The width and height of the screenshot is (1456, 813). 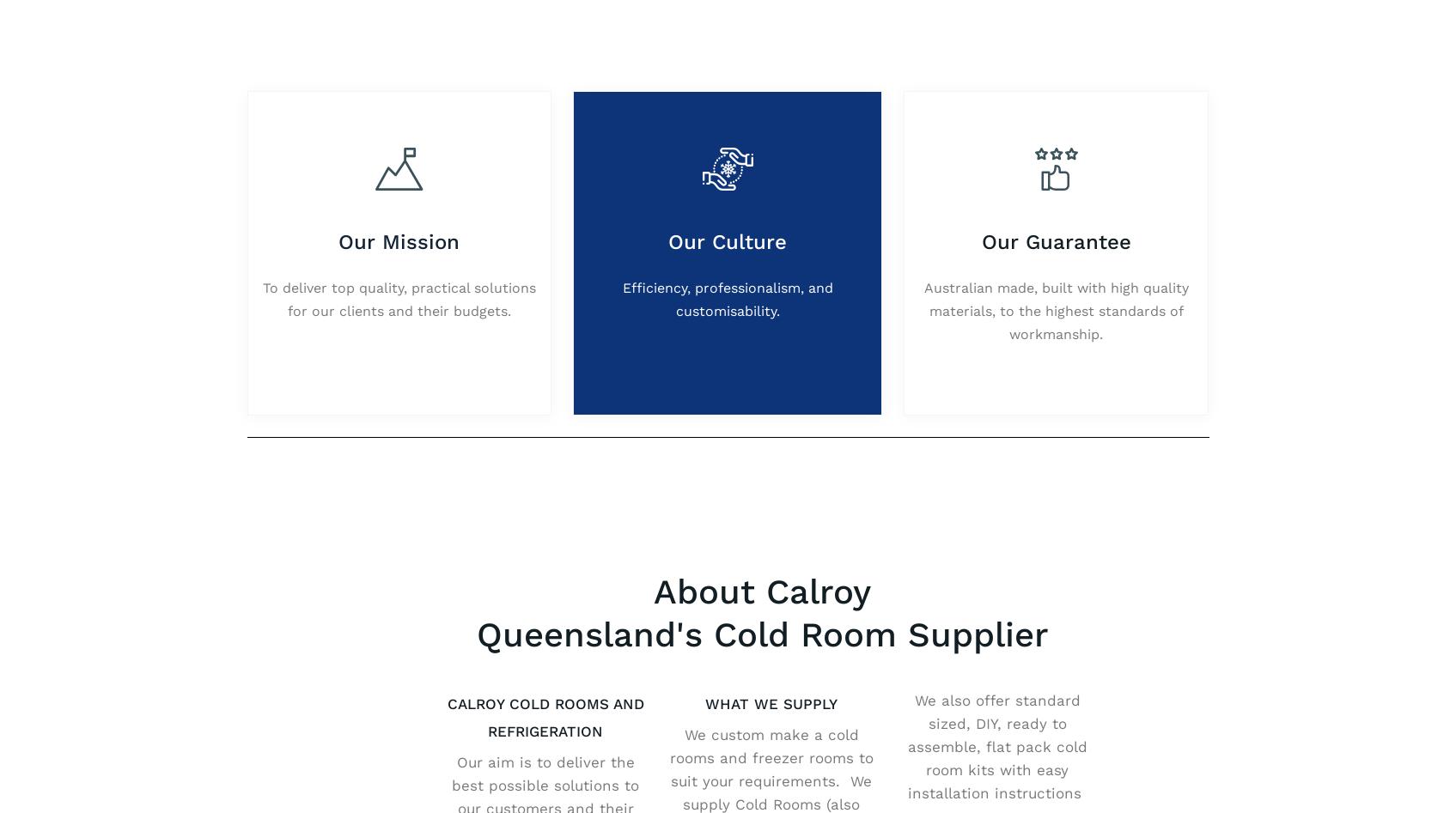 I want to click on 'CALROY COLD ROOMS AND REFRIGERATION', so click(x=544, y=716).